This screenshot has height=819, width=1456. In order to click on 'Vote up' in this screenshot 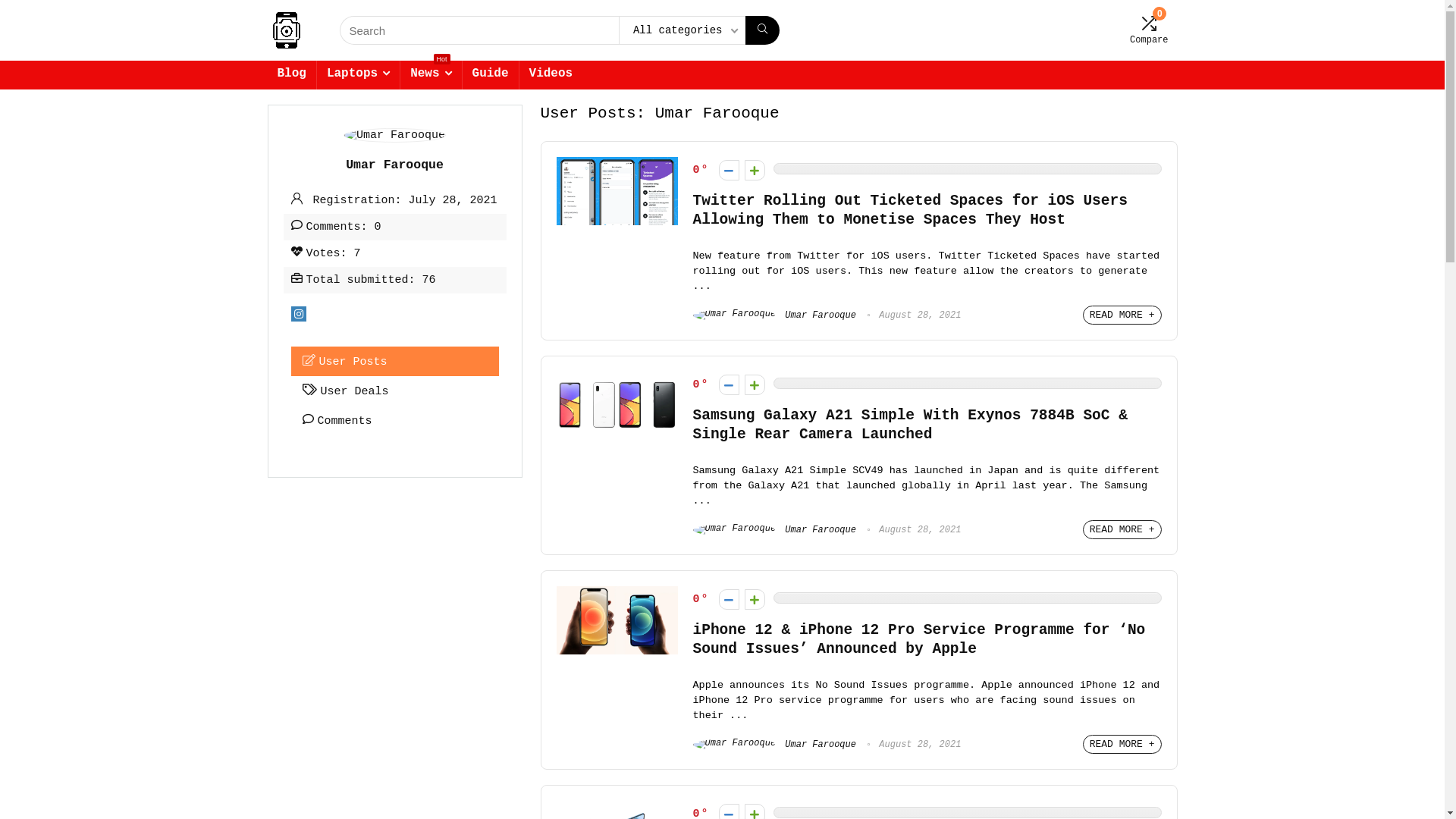, I will do `click(745, 384)`.